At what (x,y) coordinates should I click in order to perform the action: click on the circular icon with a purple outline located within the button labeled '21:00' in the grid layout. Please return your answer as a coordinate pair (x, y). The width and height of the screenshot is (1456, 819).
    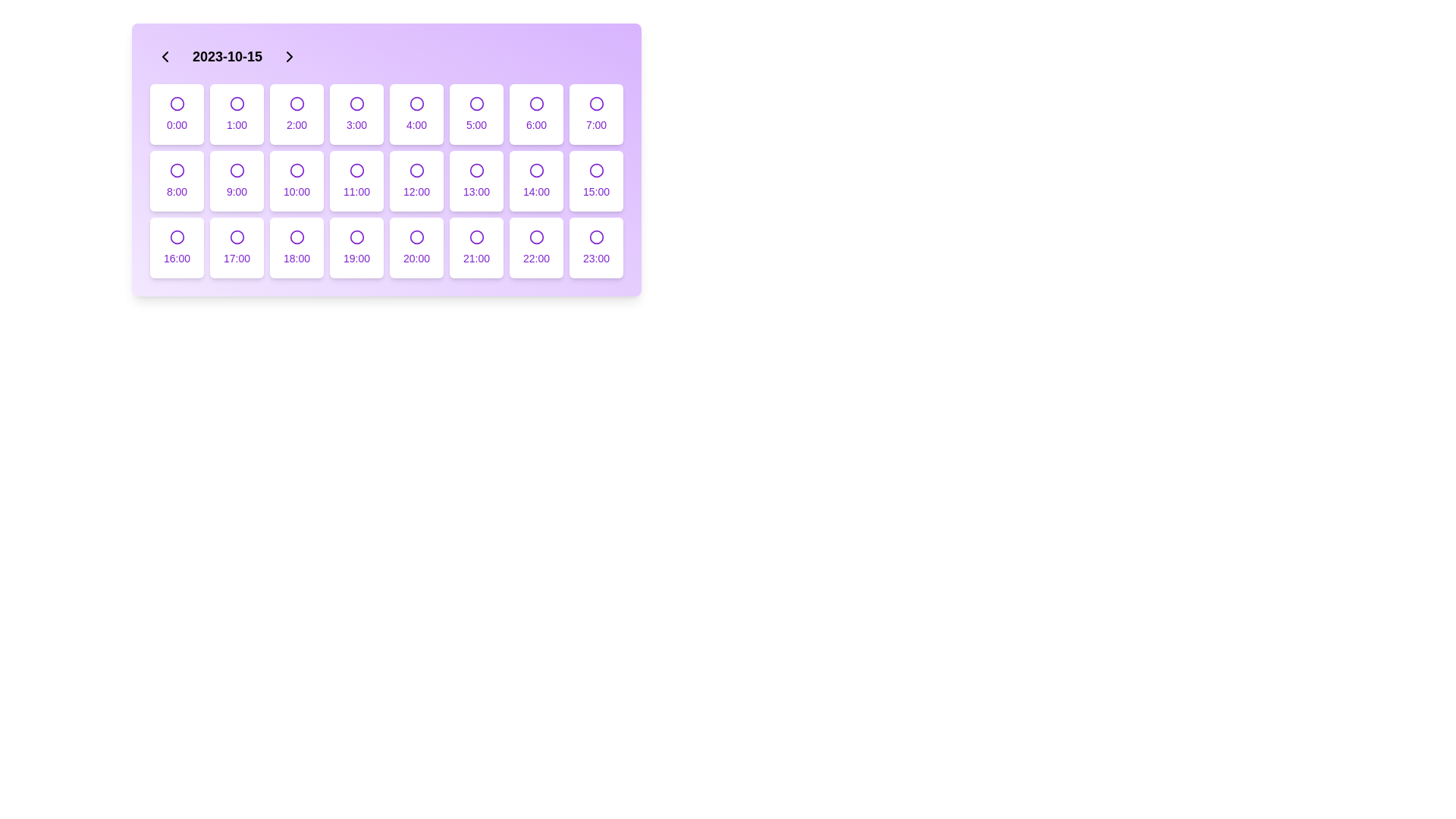
    Looking at the image, I should click on (475, 237).